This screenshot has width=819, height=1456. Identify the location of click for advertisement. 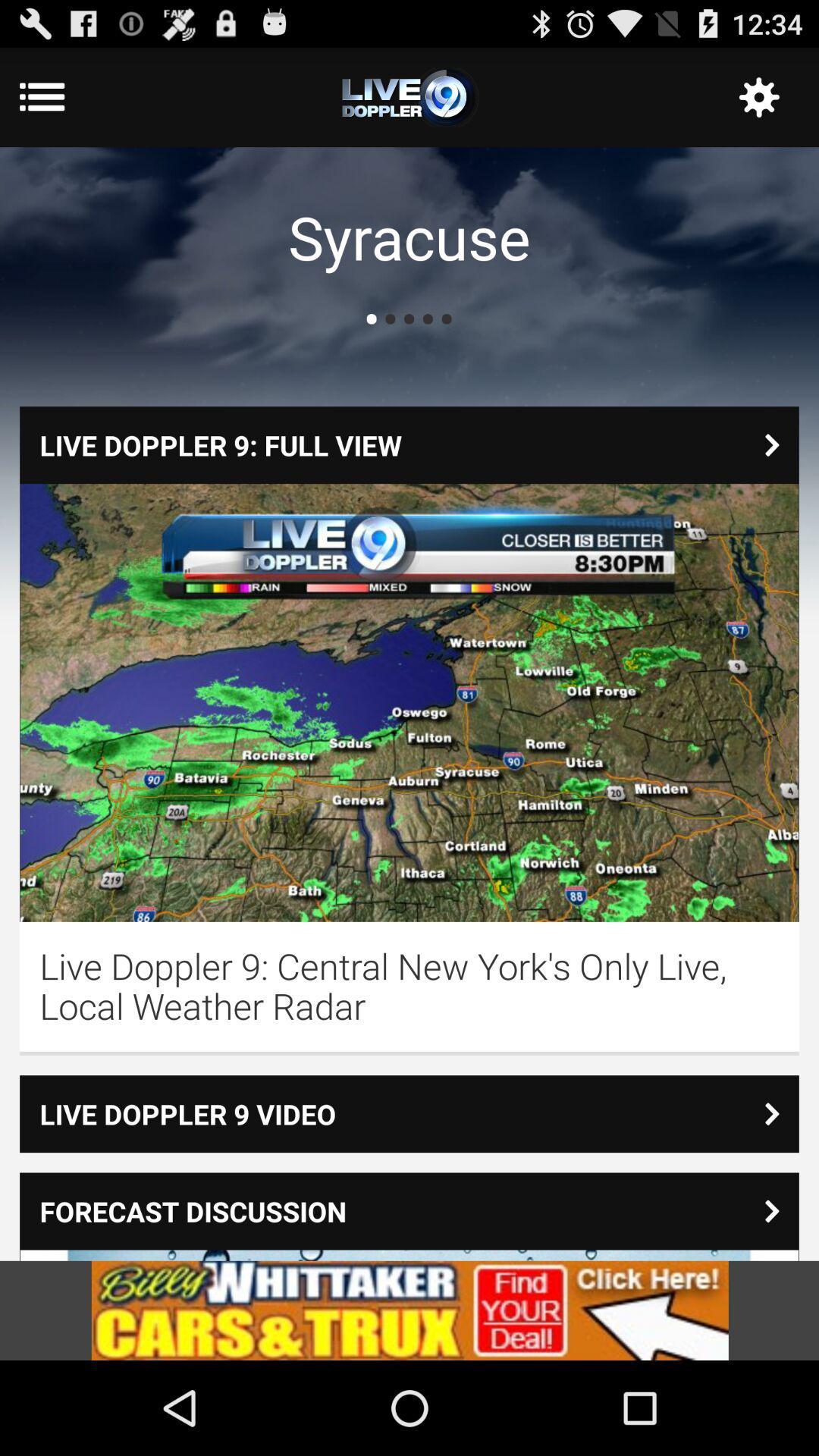
(409, 1310).